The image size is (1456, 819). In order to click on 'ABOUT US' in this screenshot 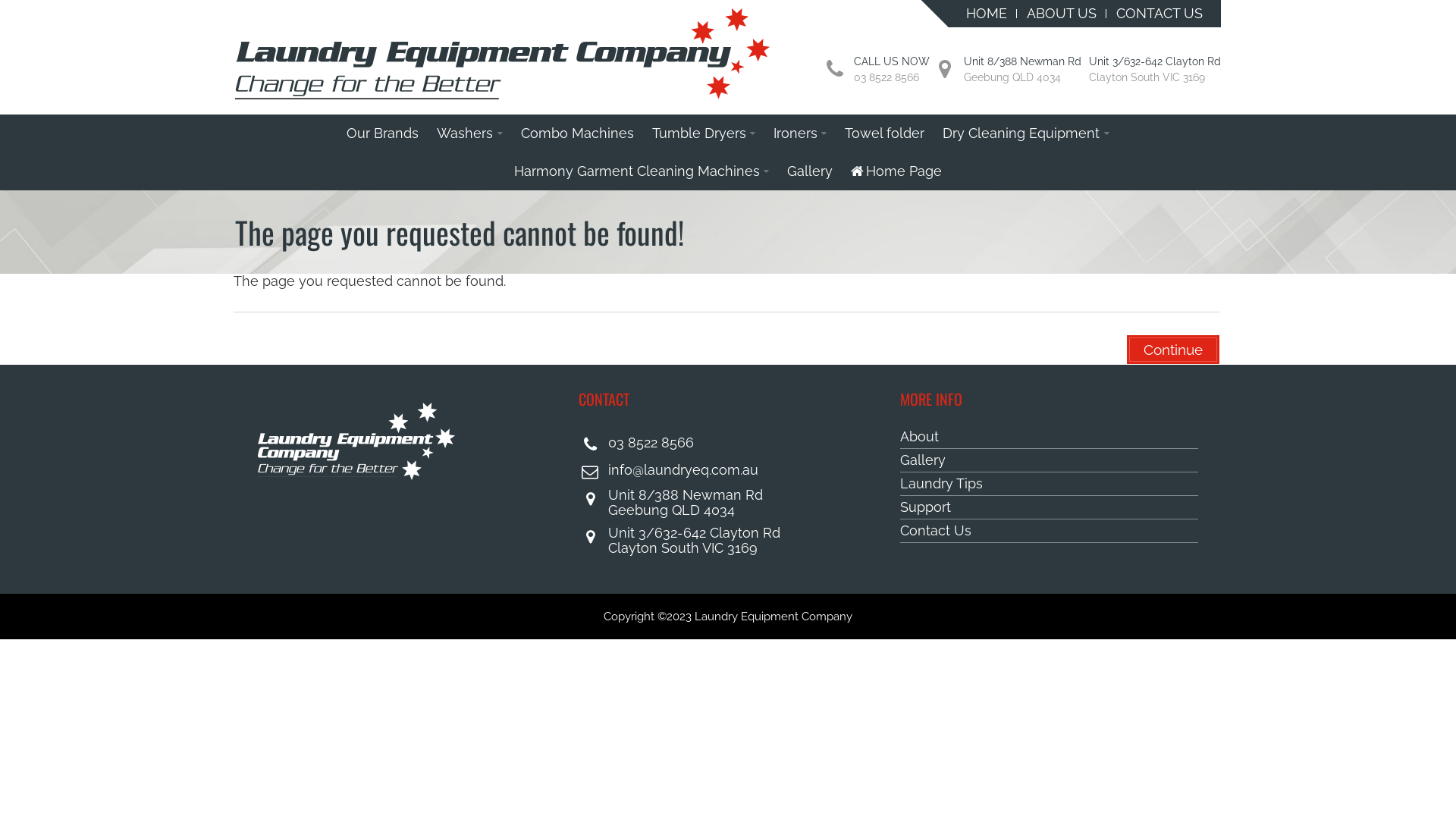, I will do `click(1061, 14)`.